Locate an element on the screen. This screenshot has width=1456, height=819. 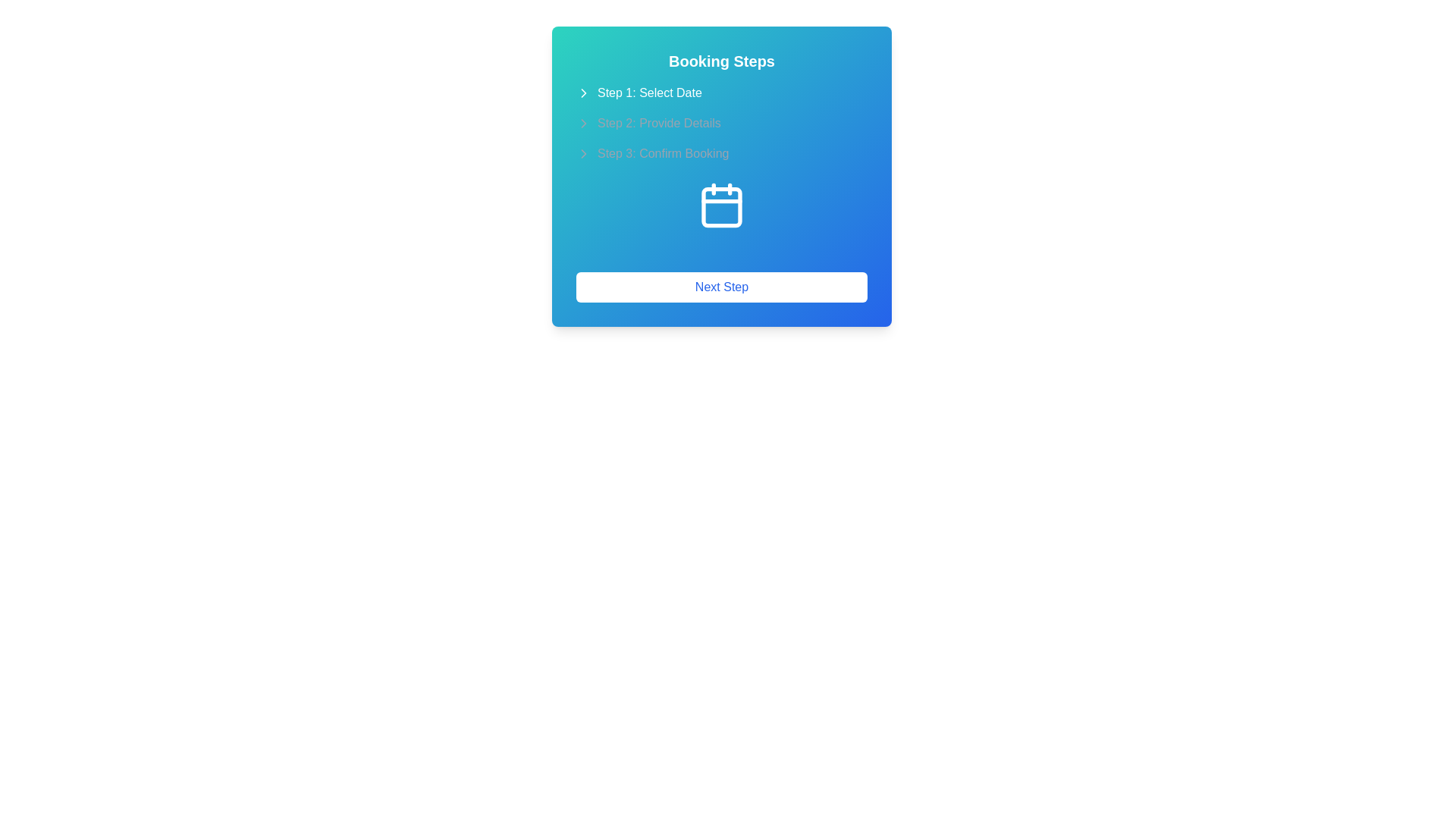
the static text label that reads 'Step 3: Confirm Booking.', which is styled in muted gray and positioned below 'Step 2: Provide Details' is located at coordinates (663, 154).